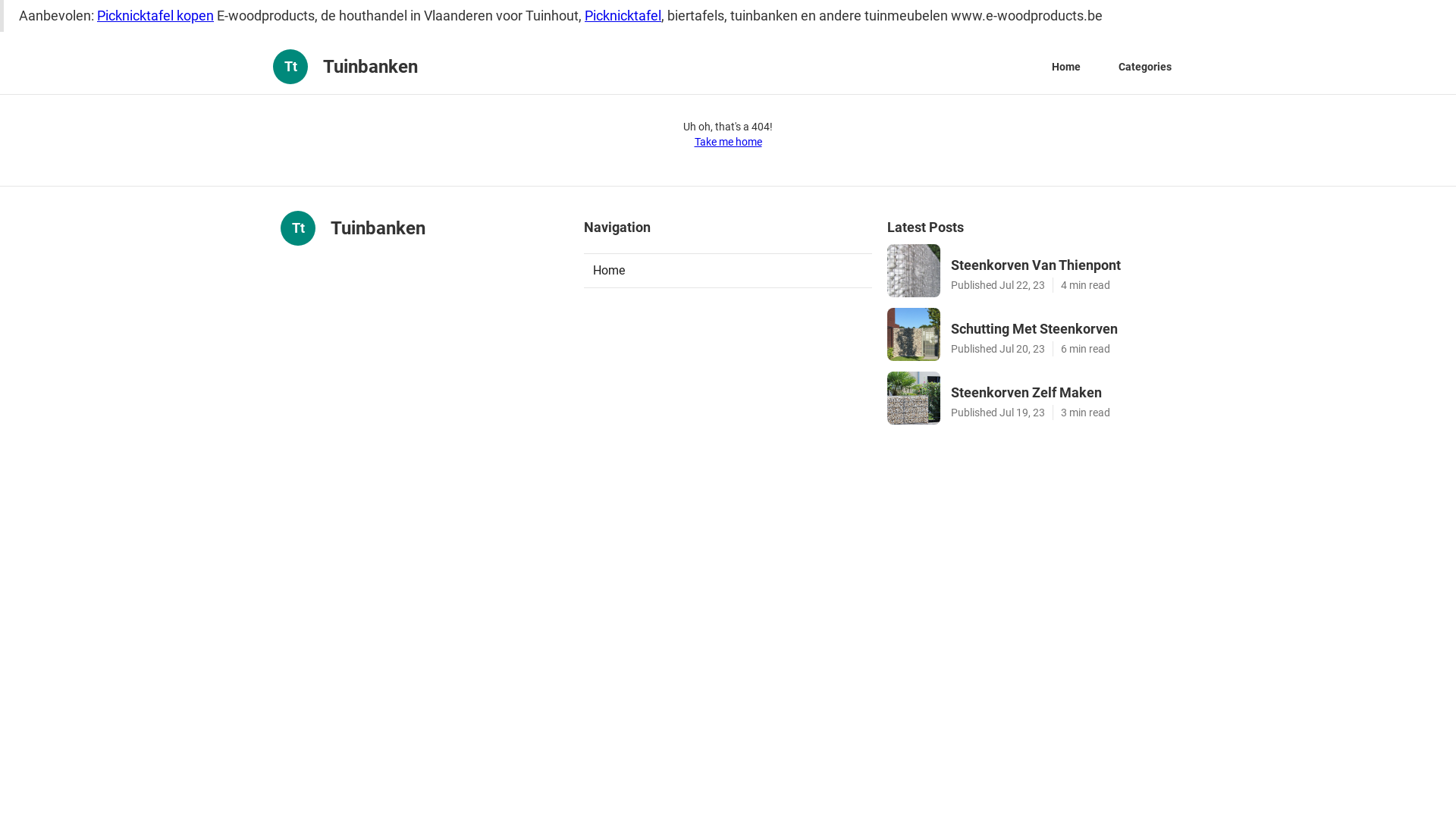 Image resolution: width=1456 pixels, height=819 pixels. Describe the element at coordinates (1062, 265) in the screenshot. I see `'Steenkorven Van Thienpont'` at that location.